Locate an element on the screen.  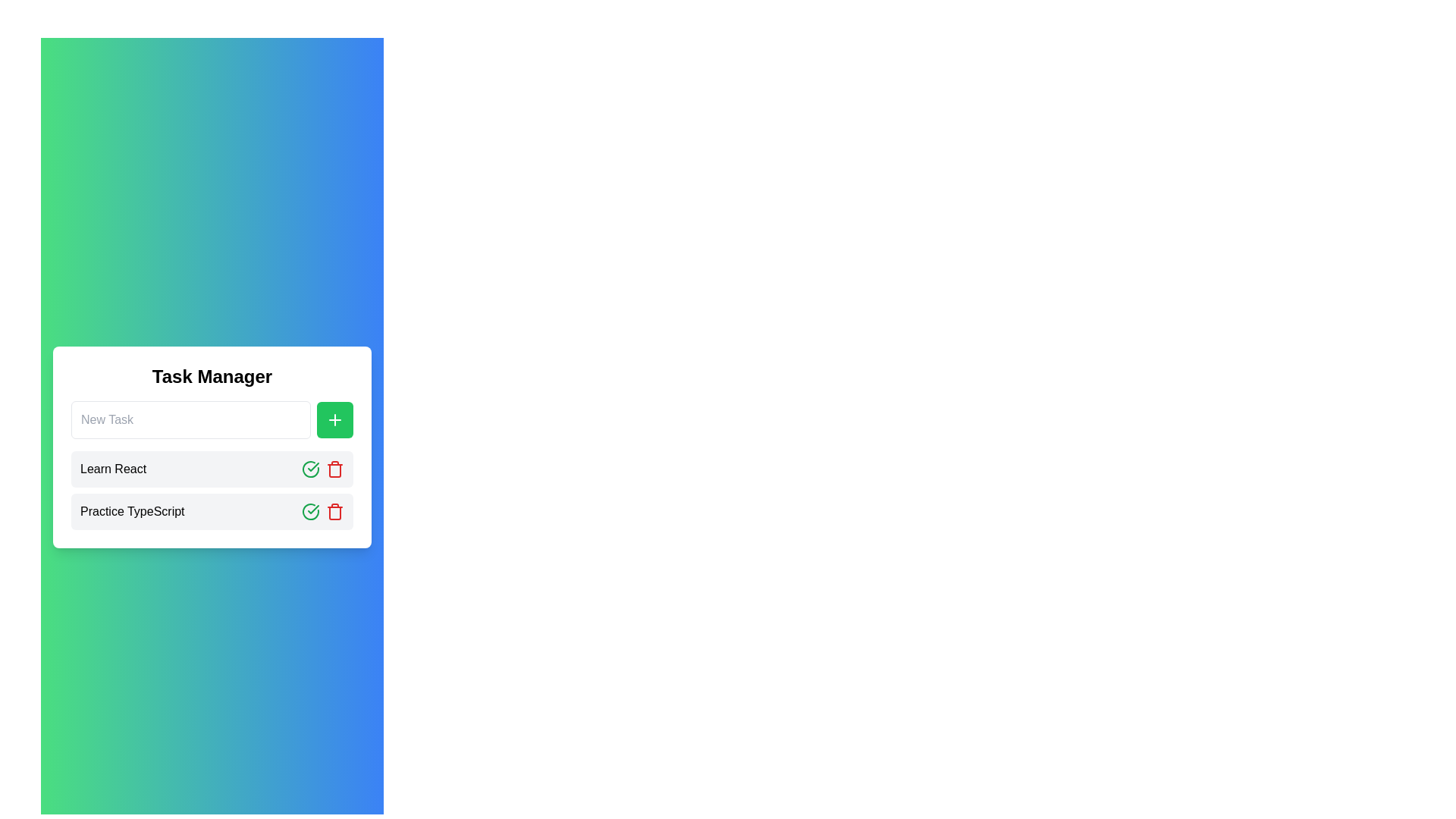
the green circular checkmark icon located in the bottom right corner of the 'Practice TypeScript' task row is located at coordinates (309, 468).